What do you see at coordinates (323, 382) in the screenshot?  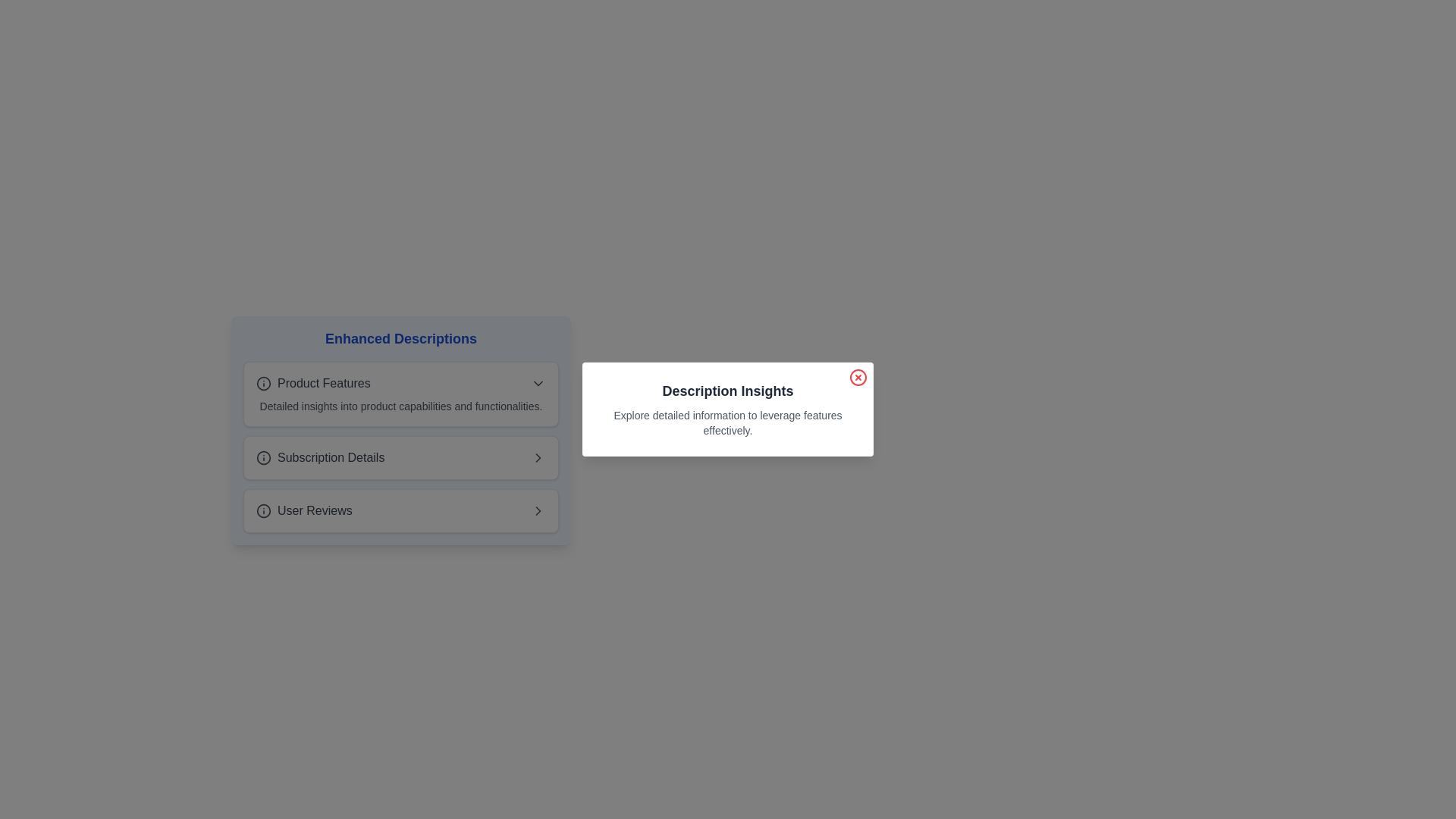 I see `the 'Product Features' text label, which is styled in medium-sized dark gray font and serves as a section header within the 'Enhanced Descriptions' section` at bounding box center [323, 382].